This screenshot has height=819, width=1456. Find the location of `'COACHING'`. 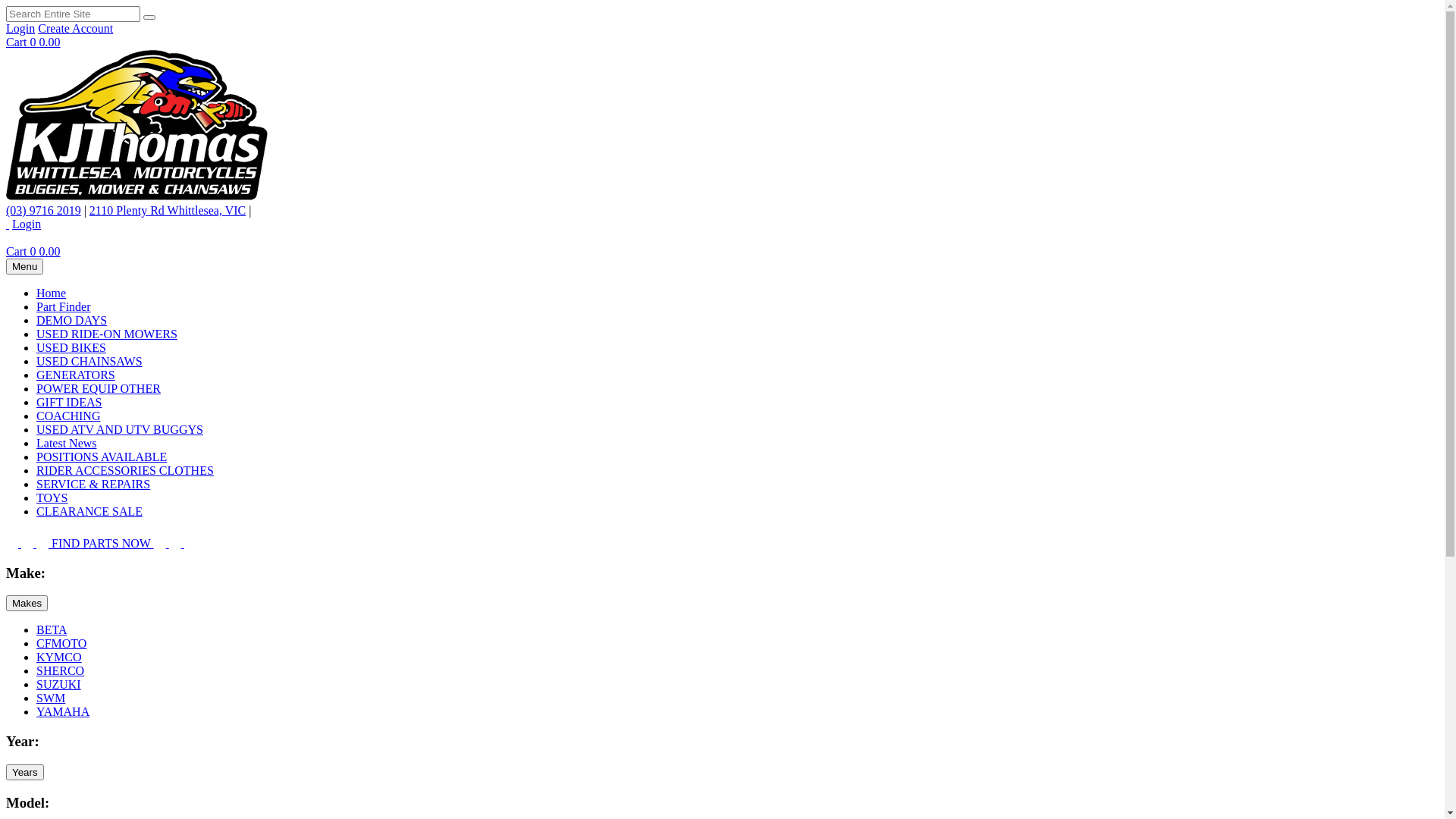

'COACHING' is located at coordinates (67, 416).